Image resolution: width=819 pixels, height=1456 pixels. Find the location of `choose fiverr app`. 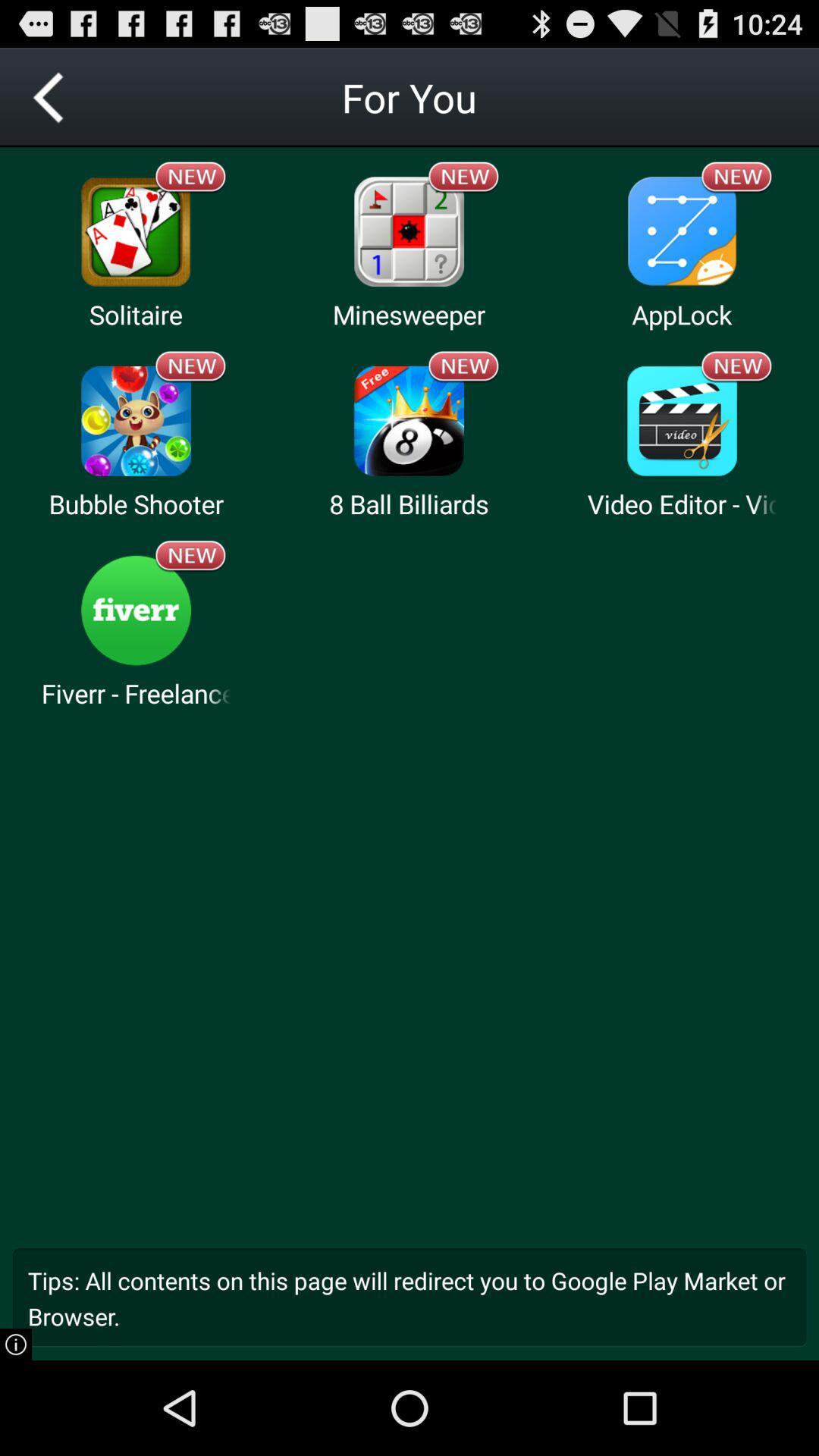

choose fiverr app is located at coordinates (135, 610).